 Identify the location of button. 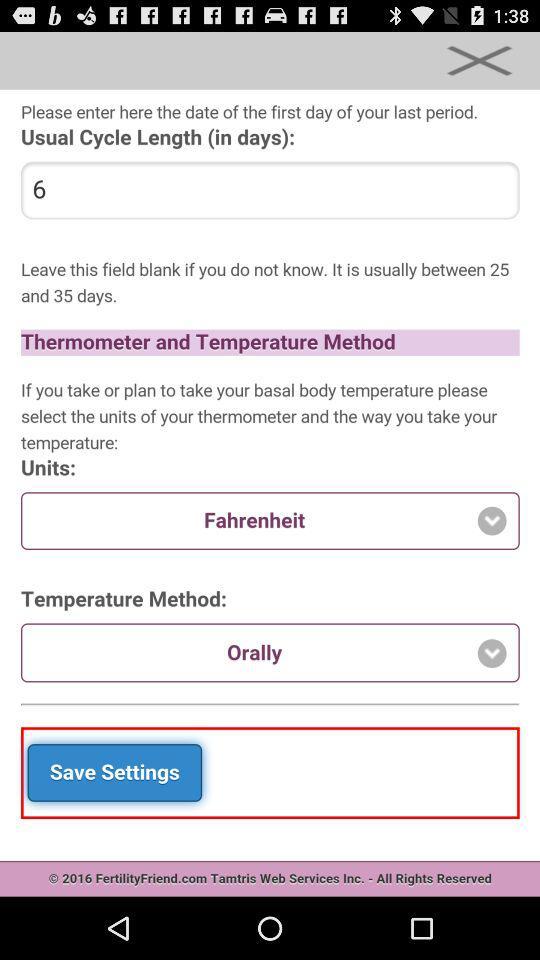
(478, 59).